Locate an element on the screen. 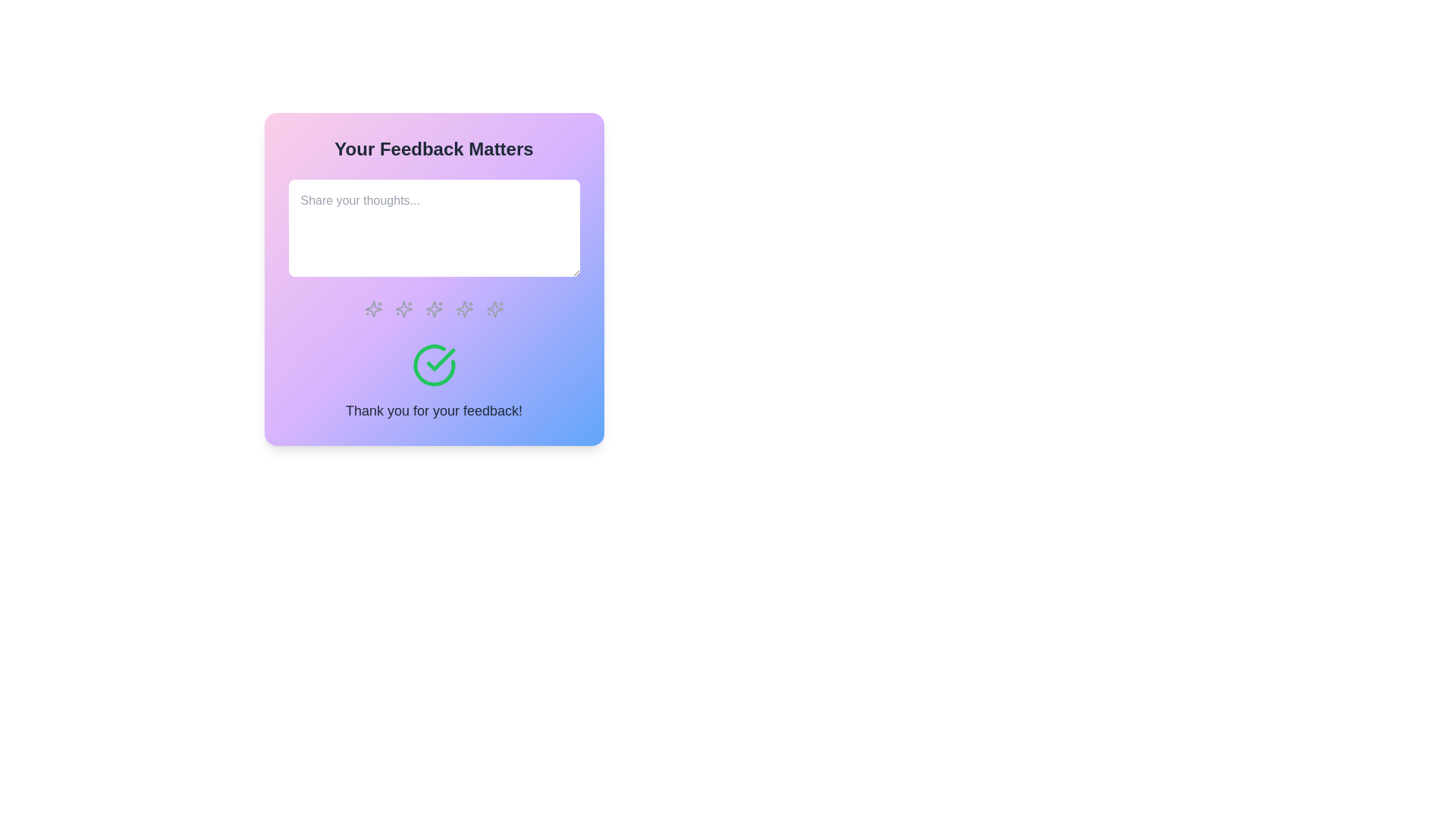 The image size is (1456, 819). the third star icon in the interactive star-like rating system is located at coordinates (433, 309).